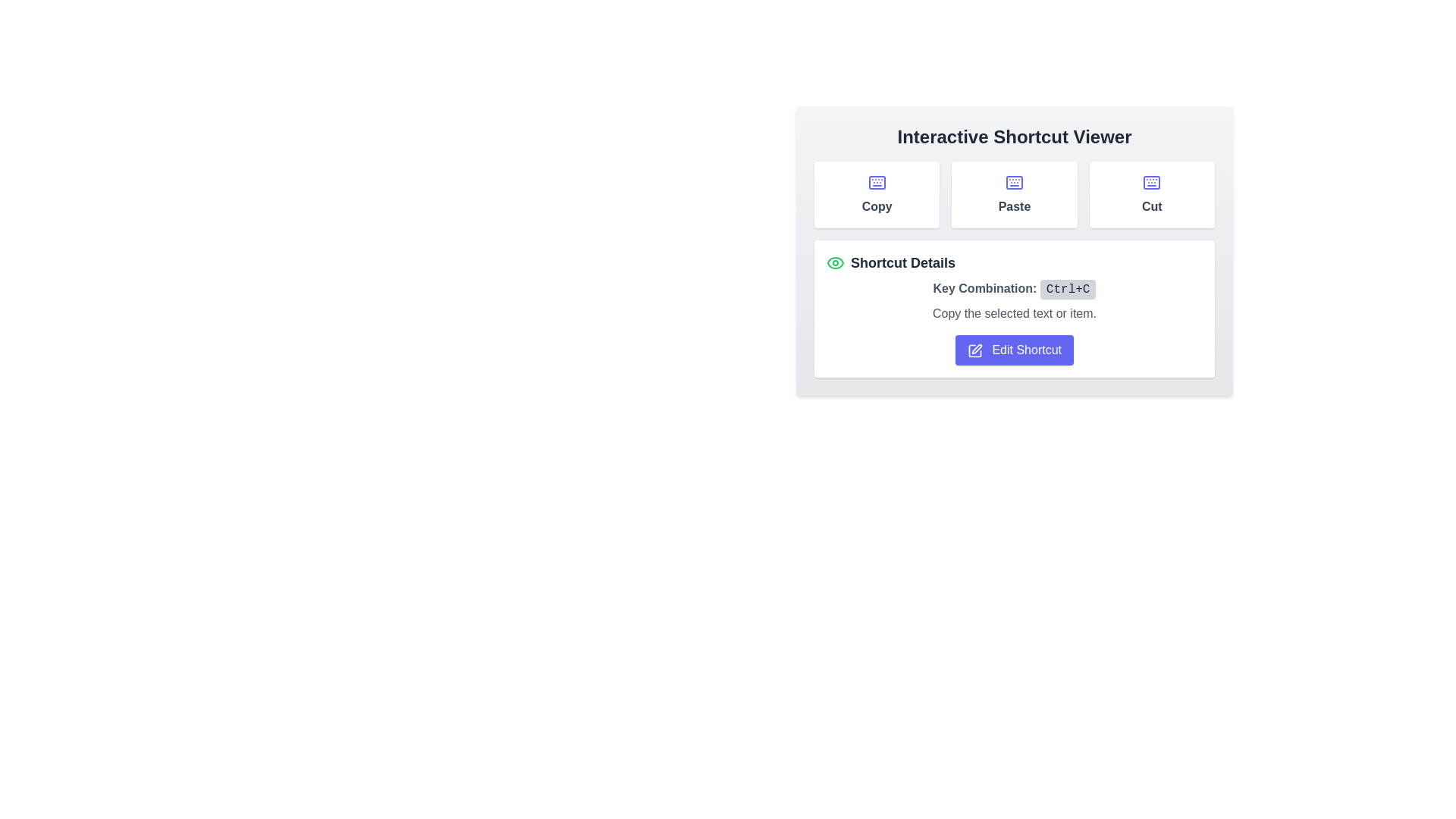 Image resolution: width=1456 pixels, height=819 pixels. Describe the element at coordinates (1015, 312) in the screenshot. I see `the descriptive label located in the 'Shortcut Details' section, below the 'Key Combination: Ctrl+C' text and above the 'Edit Shortcut' button` at that location.